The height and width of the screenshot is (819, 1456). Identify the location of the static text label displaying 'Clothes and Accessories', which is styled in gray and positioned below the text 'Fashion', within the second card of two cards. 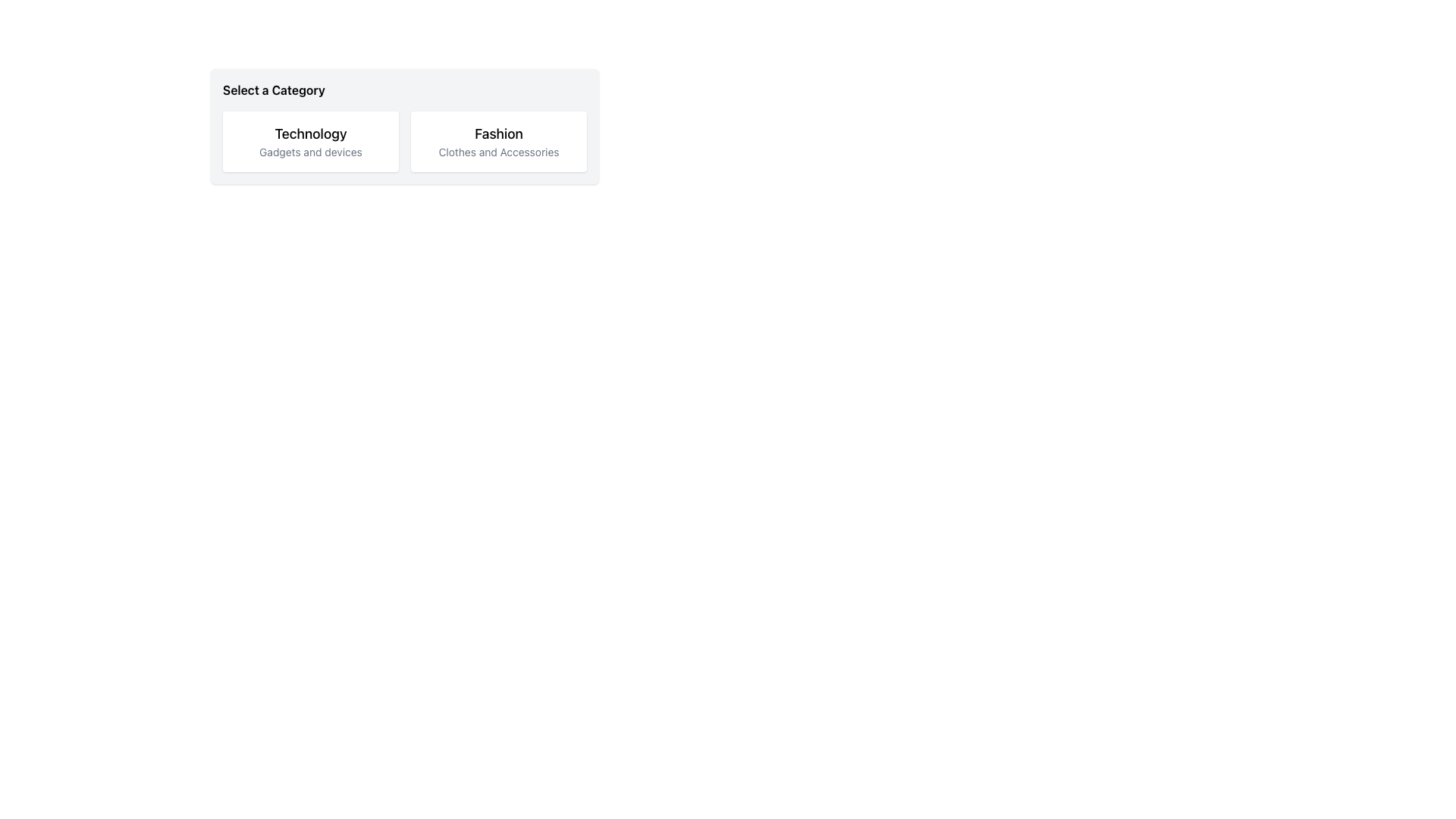
(498, 152).